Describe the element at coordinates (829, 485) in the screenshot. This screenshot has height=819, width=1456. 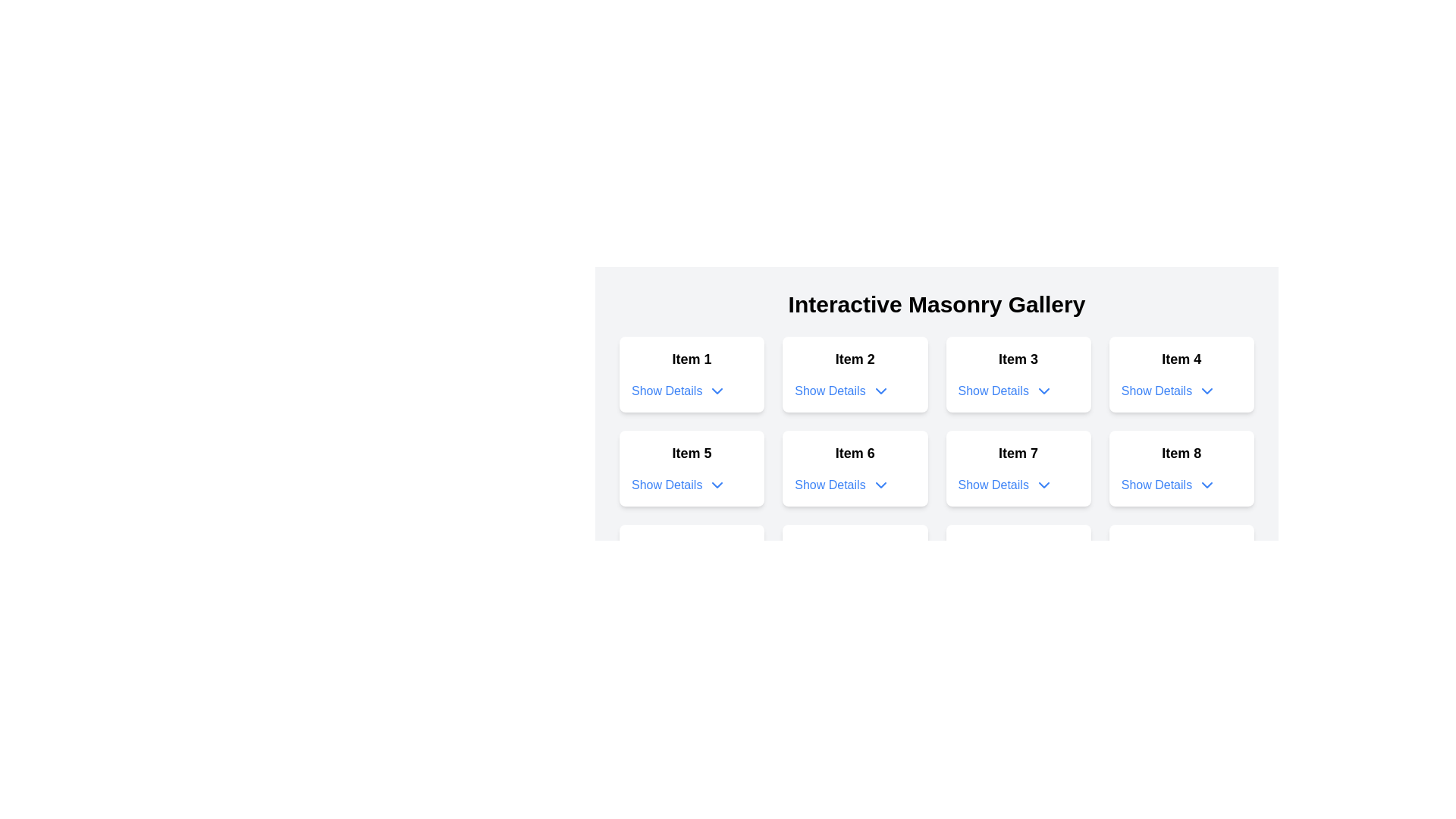
I see `the 'Show Details' text link located beneath 'Item 6' in the middle-right section of the layout` at that location.